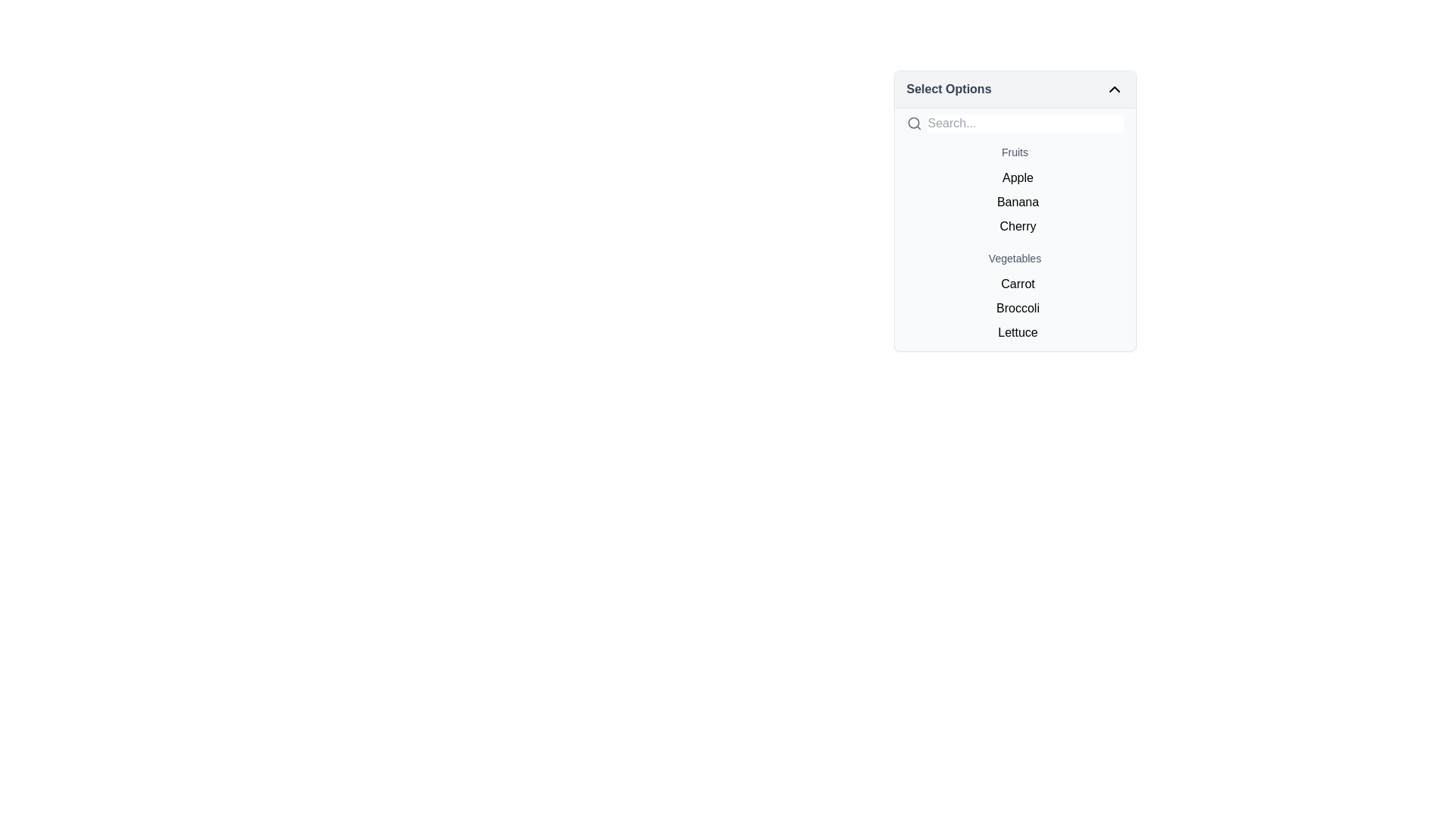 This screenshot has width=1456, height=819. Describe the element at coordinates (1018, 284) in the screenshot. I see `the first entry under the 'Vegetables' section in the dropdown menu` at that location.